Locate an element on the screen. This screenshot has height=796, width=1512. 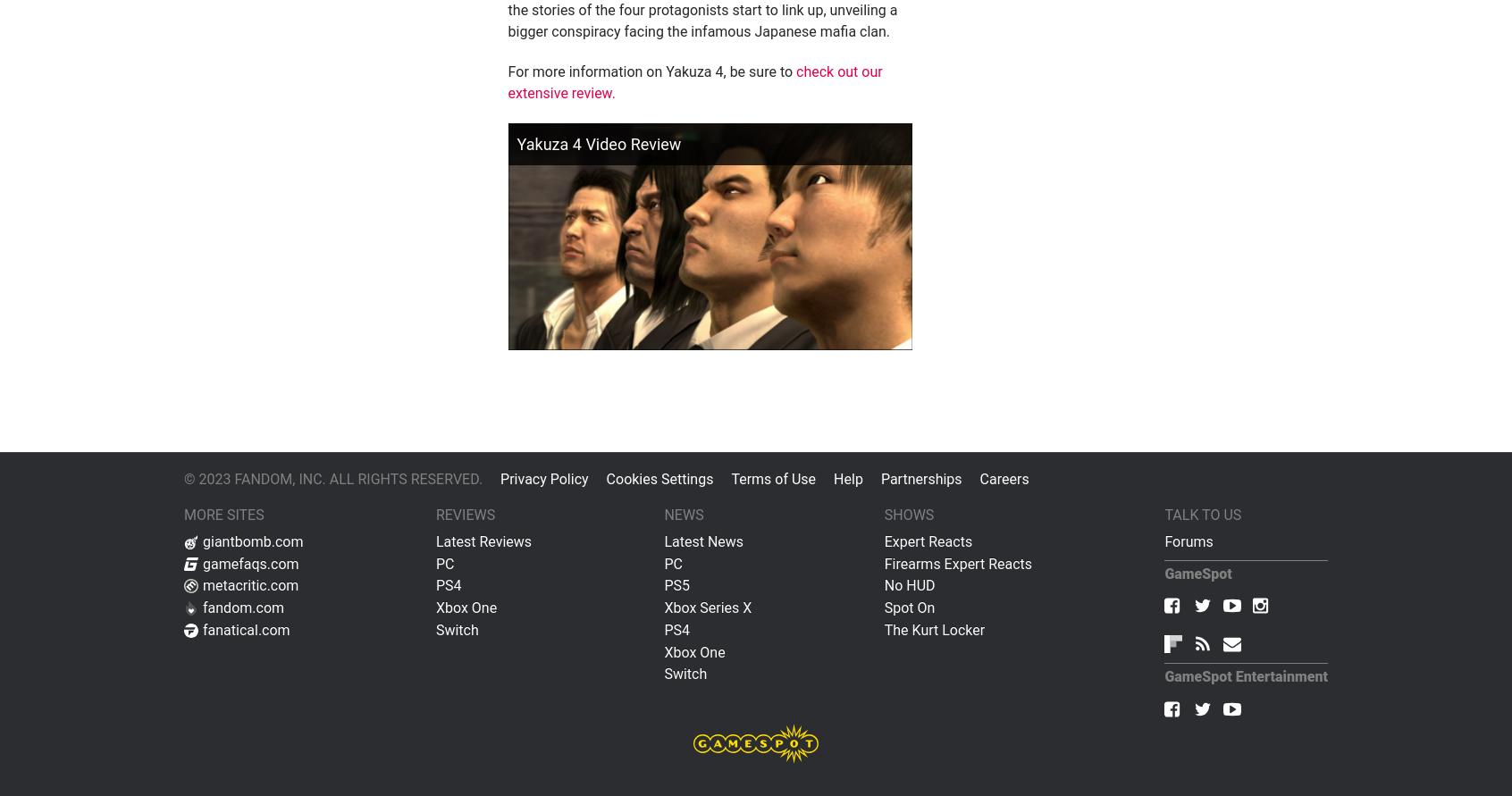
'No HUD' is located at coordinates (908, 584).